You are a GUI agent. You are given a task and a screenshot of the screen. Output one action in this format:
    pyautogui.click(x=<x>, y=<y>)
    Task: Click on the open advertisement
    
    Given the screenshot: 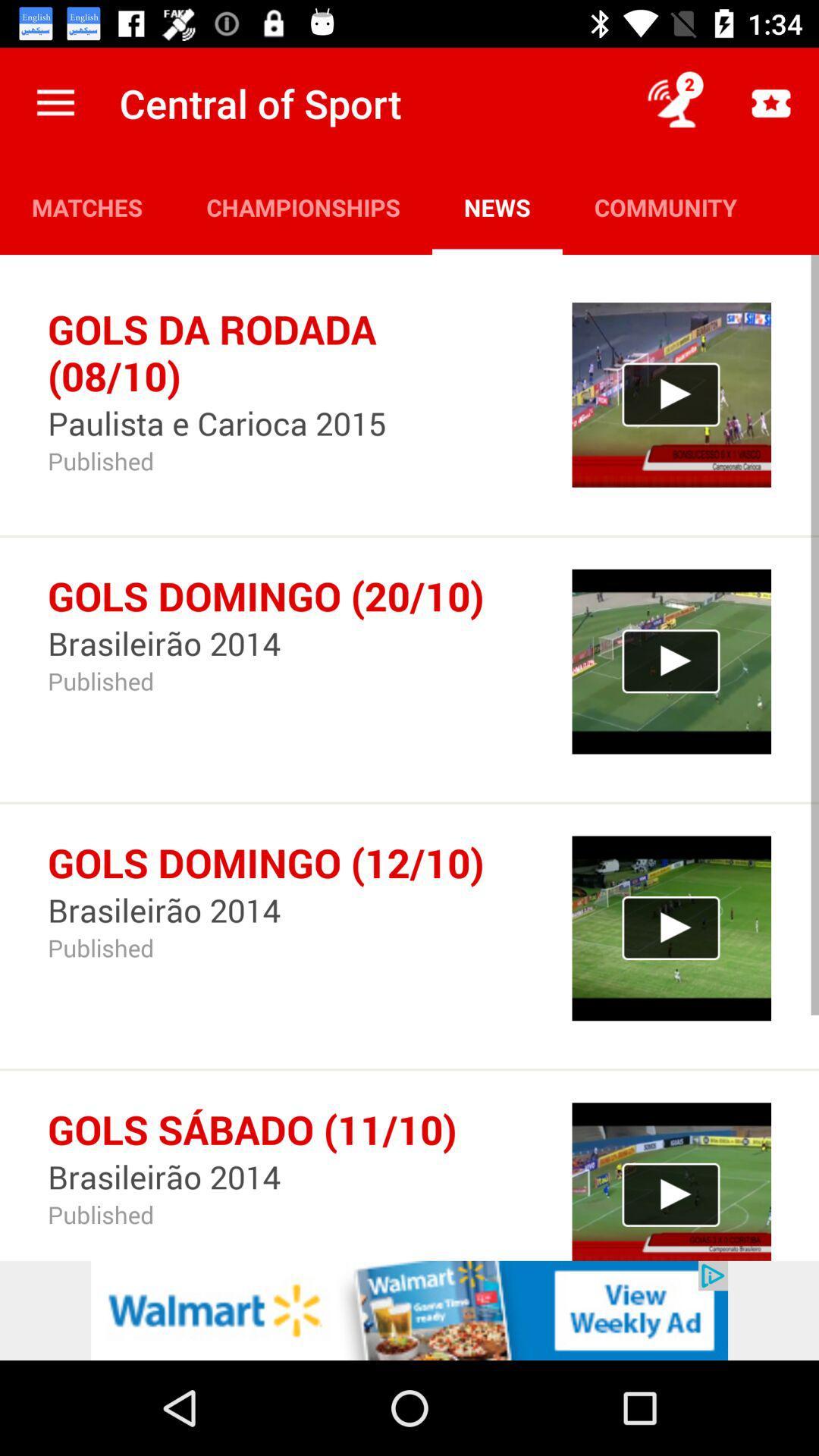 What is the action you would take?
    pyautogui.click(x=409, y=1310)
    